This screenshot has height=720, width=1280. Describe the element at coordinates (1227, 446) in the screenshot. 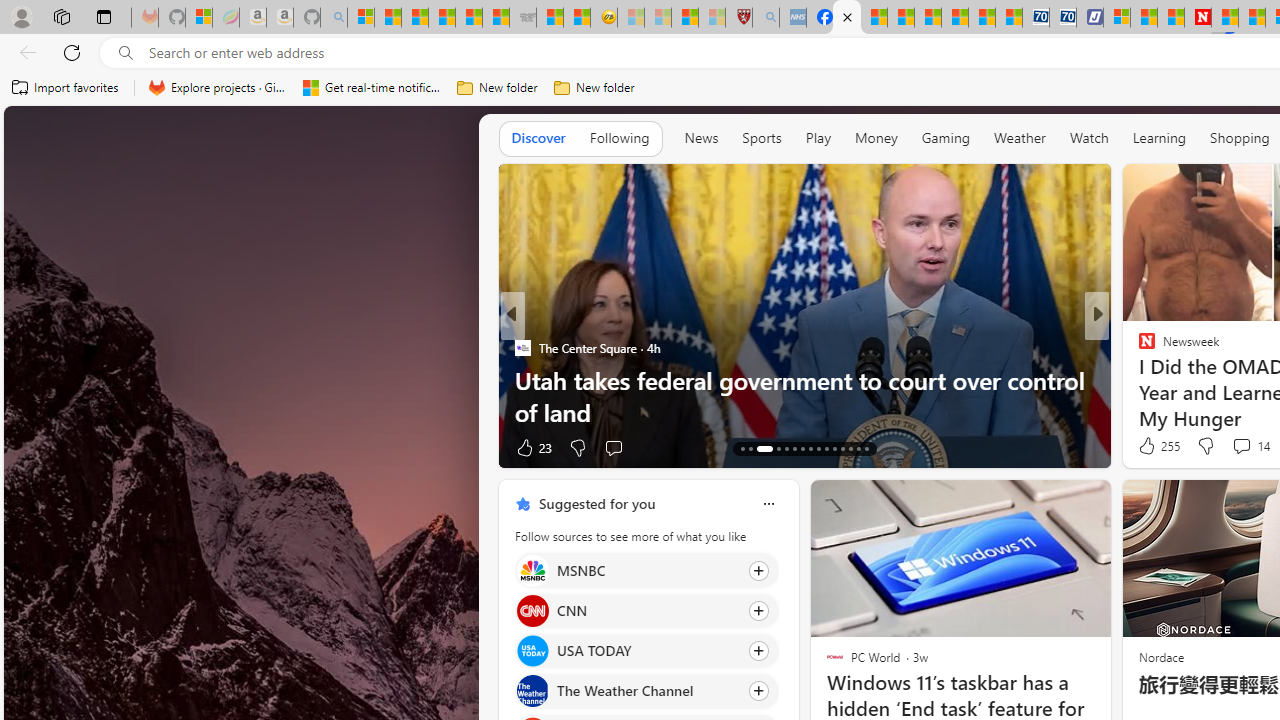

I see `'View comments 228 Comment'` at that location.